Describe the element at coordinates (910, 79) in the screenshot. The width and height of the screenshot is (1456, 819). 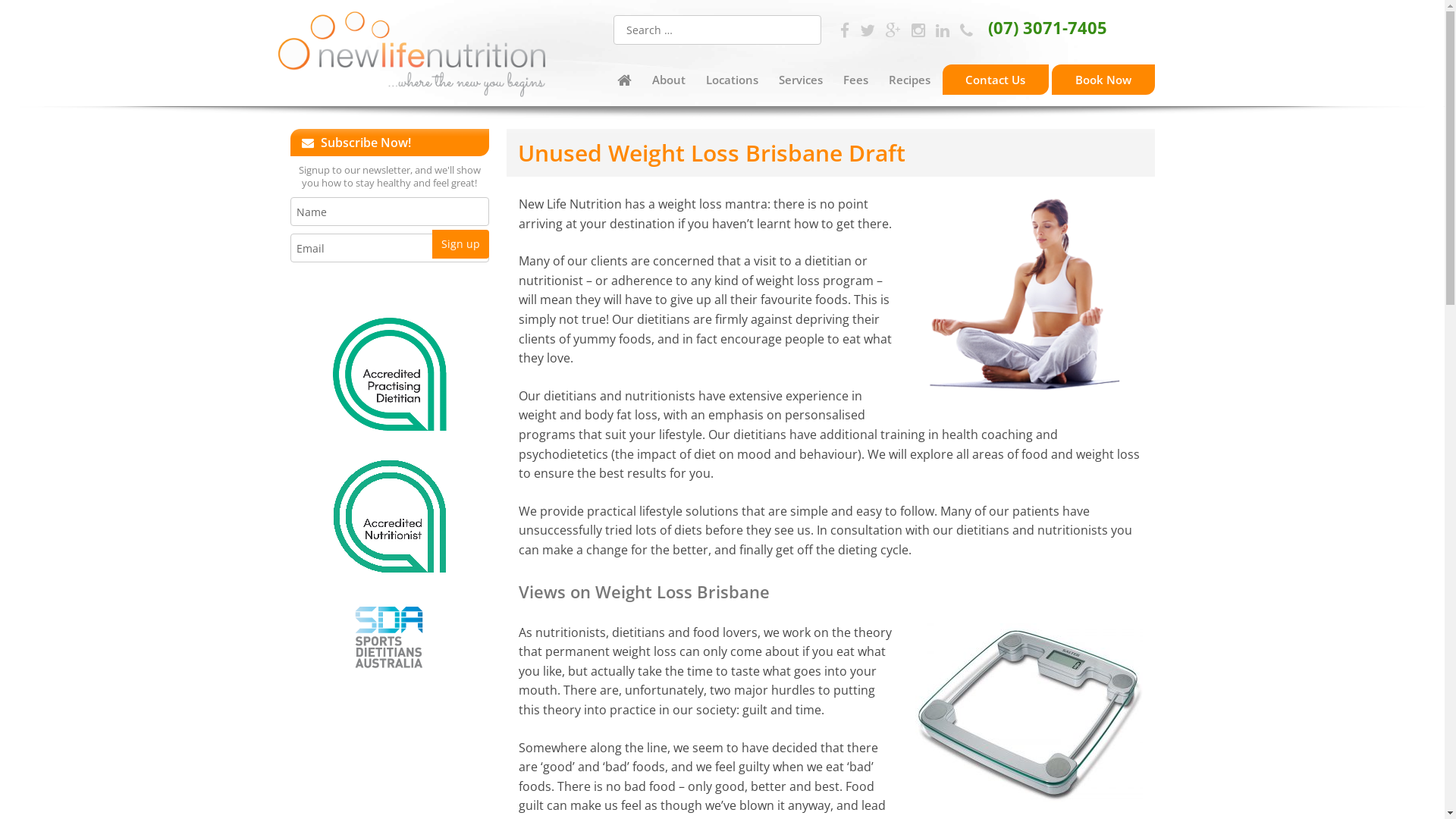
I see `'Recipes'` at that location.